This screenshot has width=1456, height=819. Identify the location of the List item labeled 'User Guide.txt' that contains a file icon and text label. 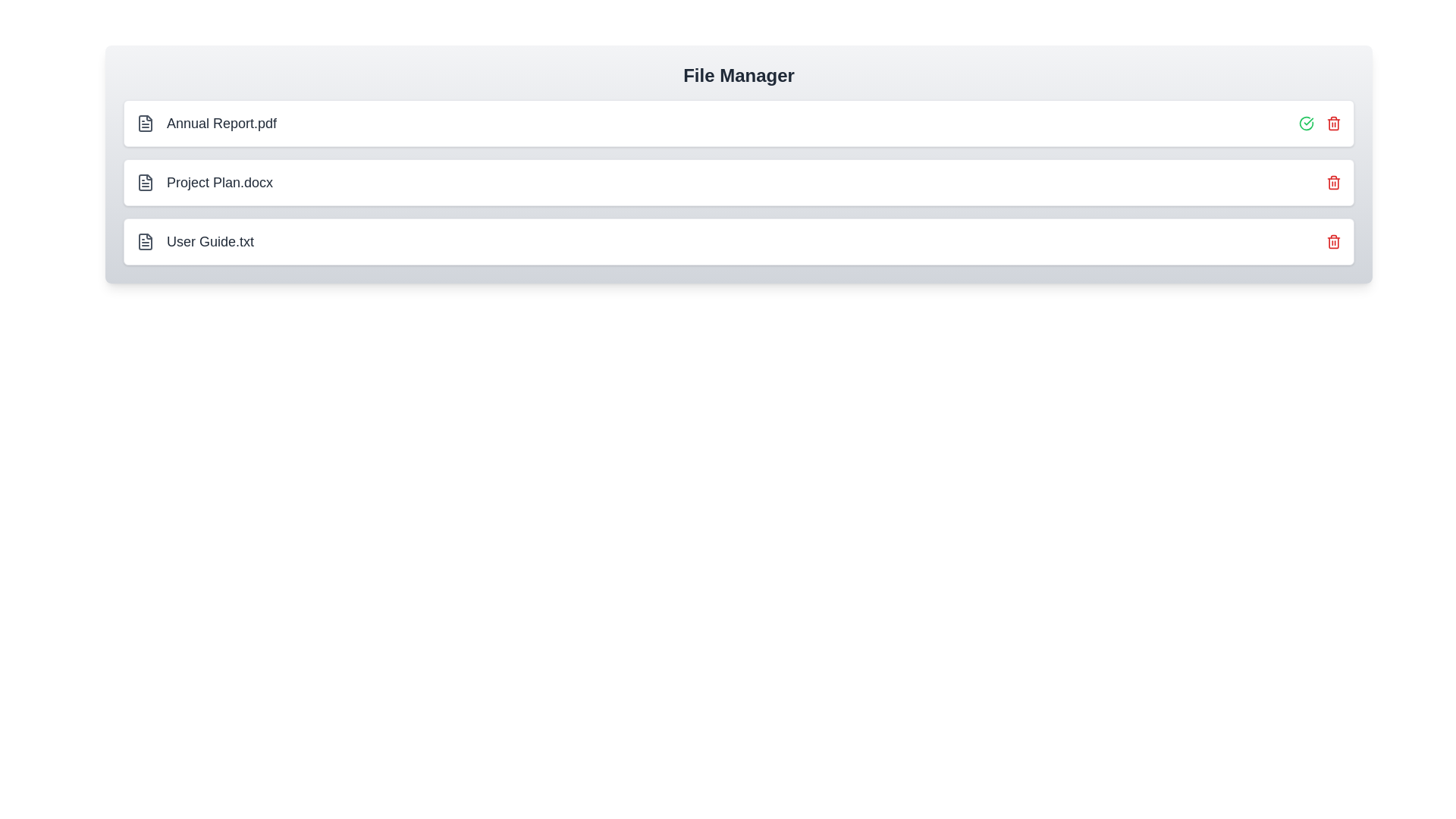
(194, 241).